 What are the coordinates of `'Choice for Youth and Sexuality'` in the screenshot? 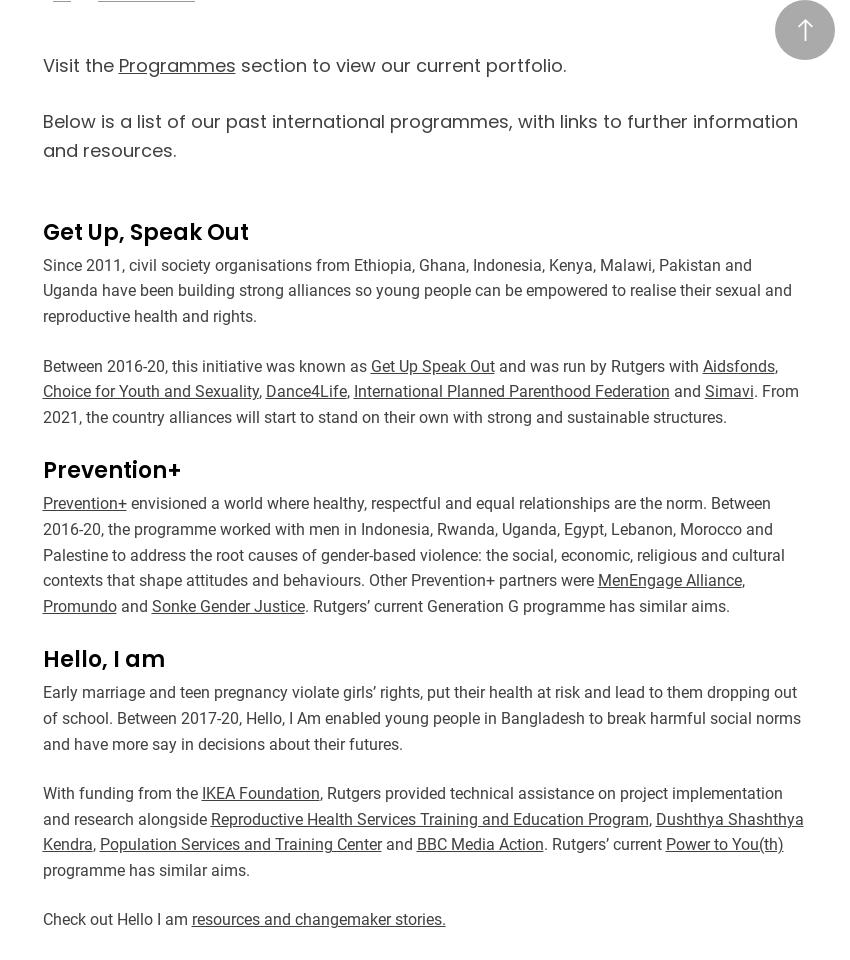 It's located at (150, 390).